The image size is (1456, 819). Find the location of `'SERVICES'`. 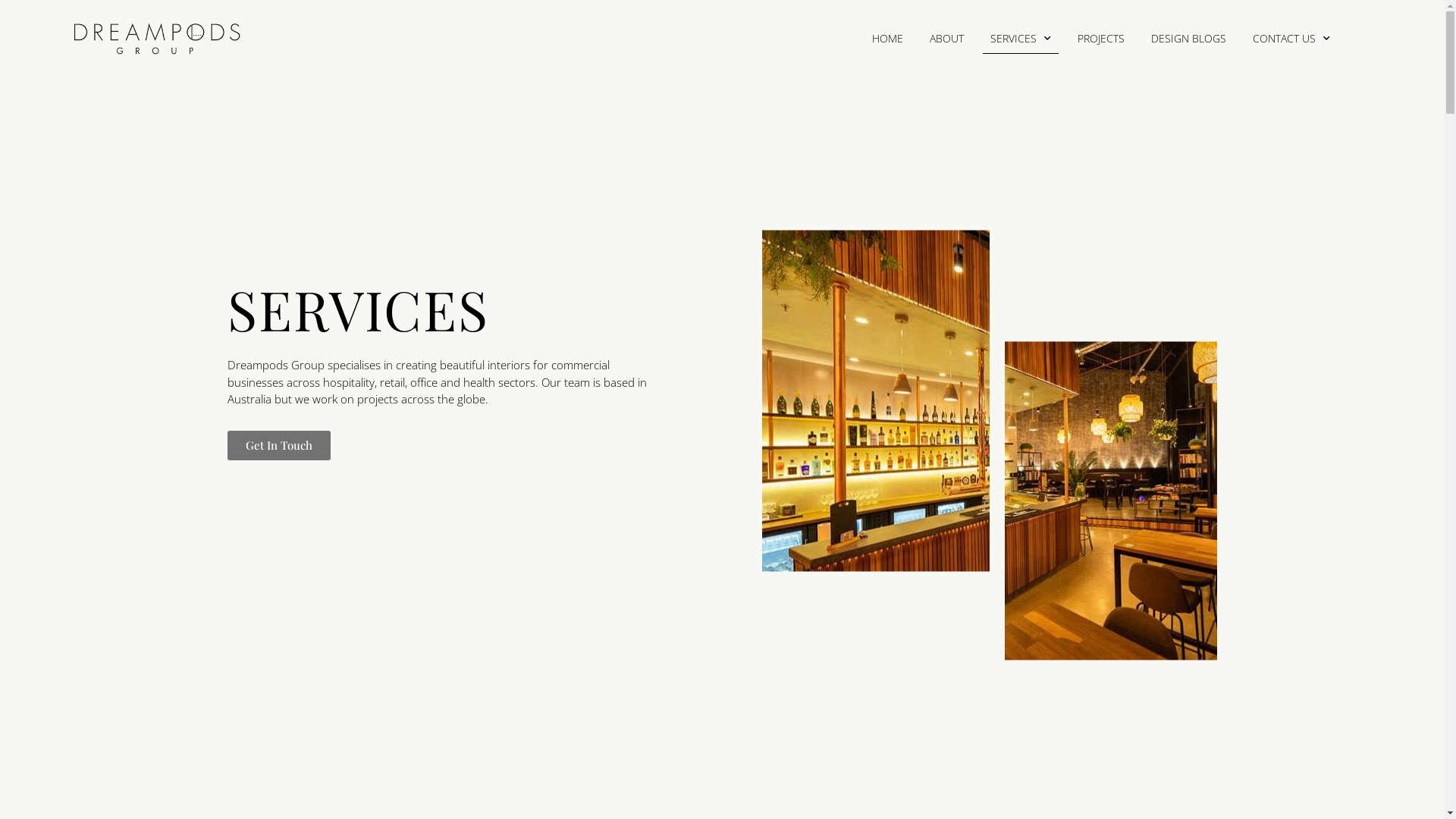

'SERVICES' is located at coordinates (1020, 37).